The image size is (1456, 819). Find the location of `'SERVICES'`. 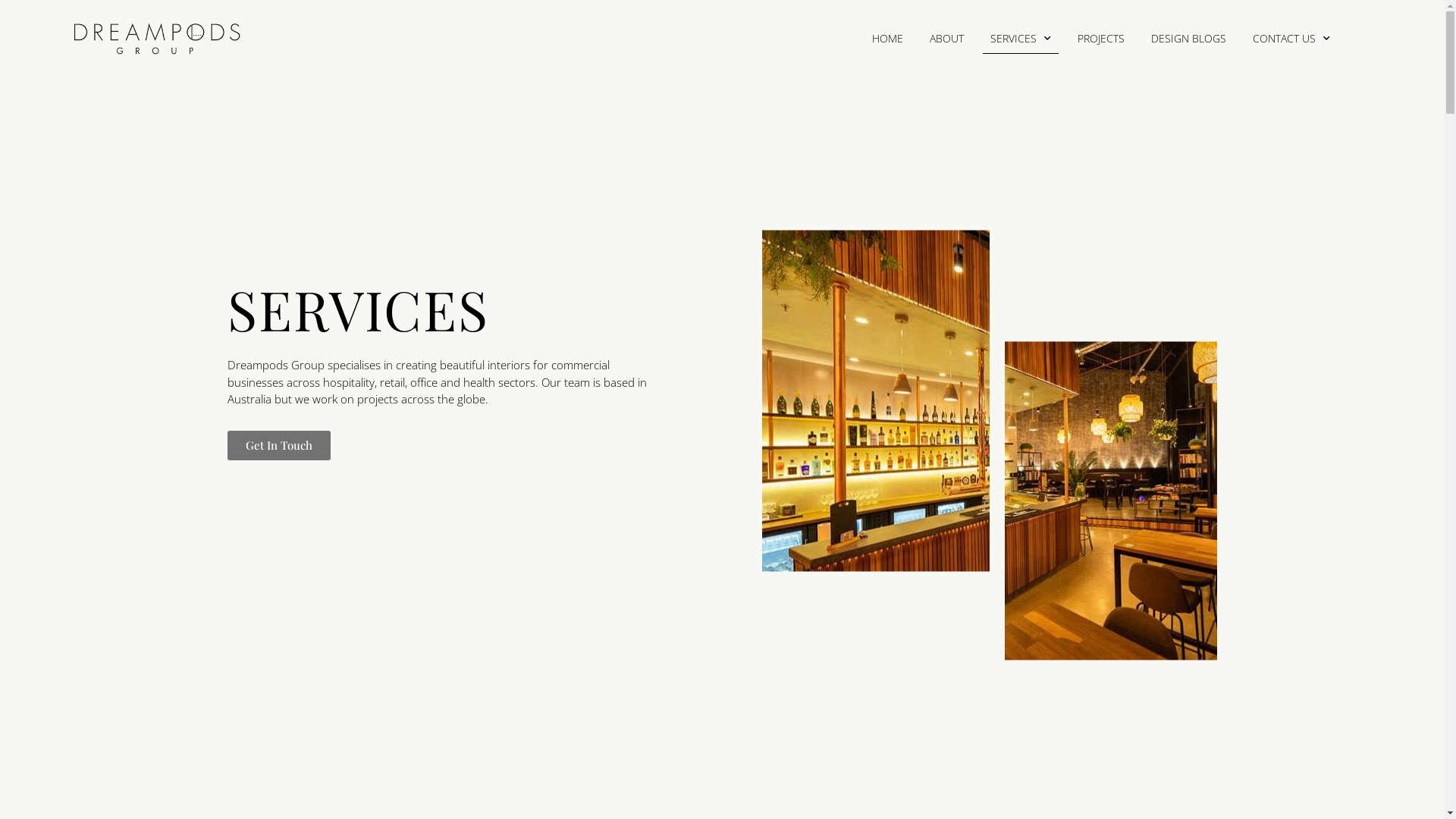

'SERVICES' is located at coordinates (1020, 37).